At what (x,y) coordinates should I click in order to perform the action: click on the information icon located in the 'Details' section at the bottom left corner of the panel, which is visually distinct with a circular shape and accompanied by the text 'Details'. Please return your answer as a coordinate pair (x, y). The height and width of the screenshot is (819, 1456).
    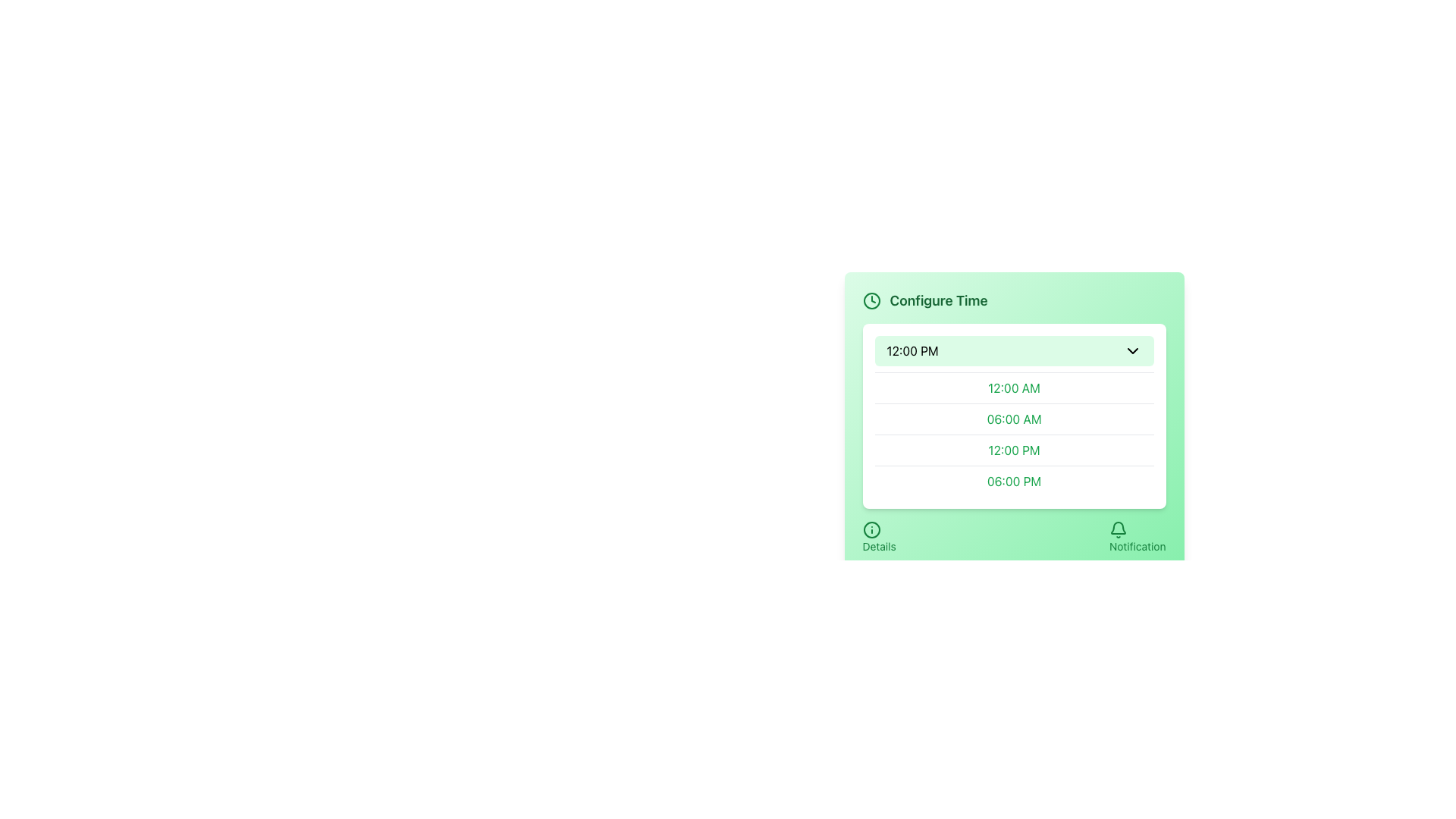
    Looking at the image, I should click on (871, 529).